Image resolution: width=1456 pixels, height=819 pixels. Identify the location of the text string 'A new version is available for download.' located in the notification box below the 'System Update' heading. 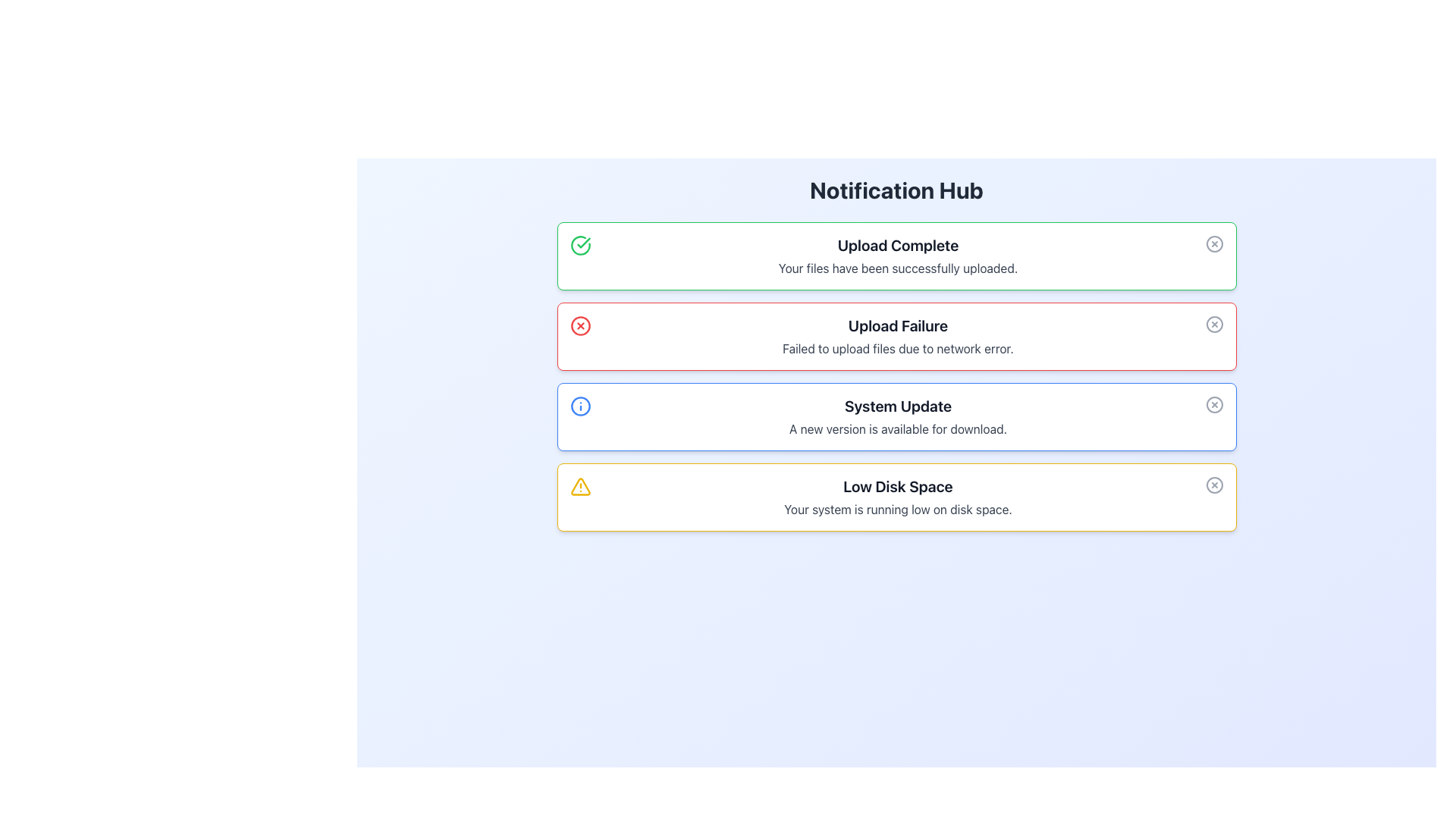
(898, 429).